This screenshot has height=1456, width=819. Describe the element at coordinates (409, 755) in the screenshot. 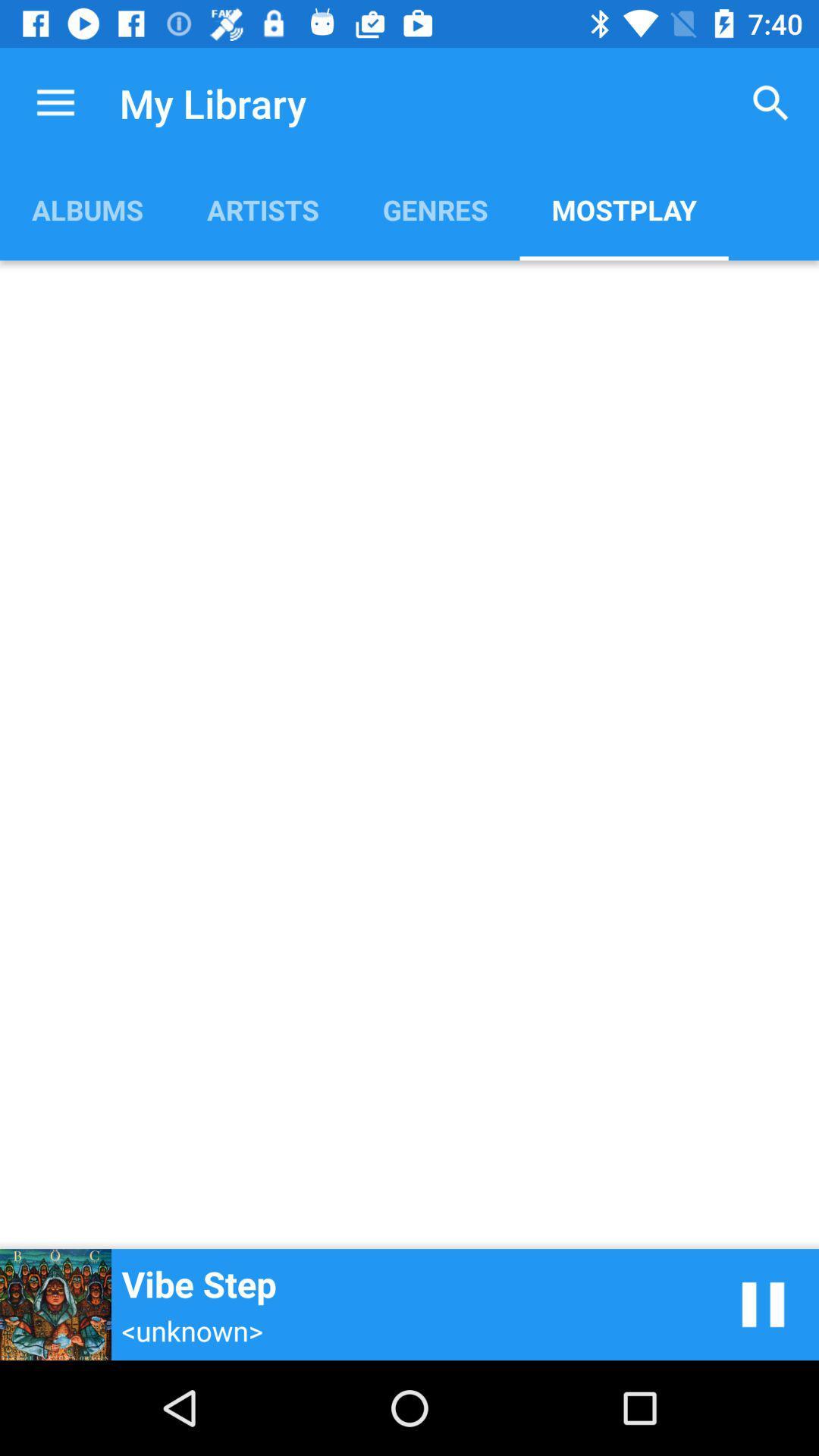

I see `item at the center` at that location.